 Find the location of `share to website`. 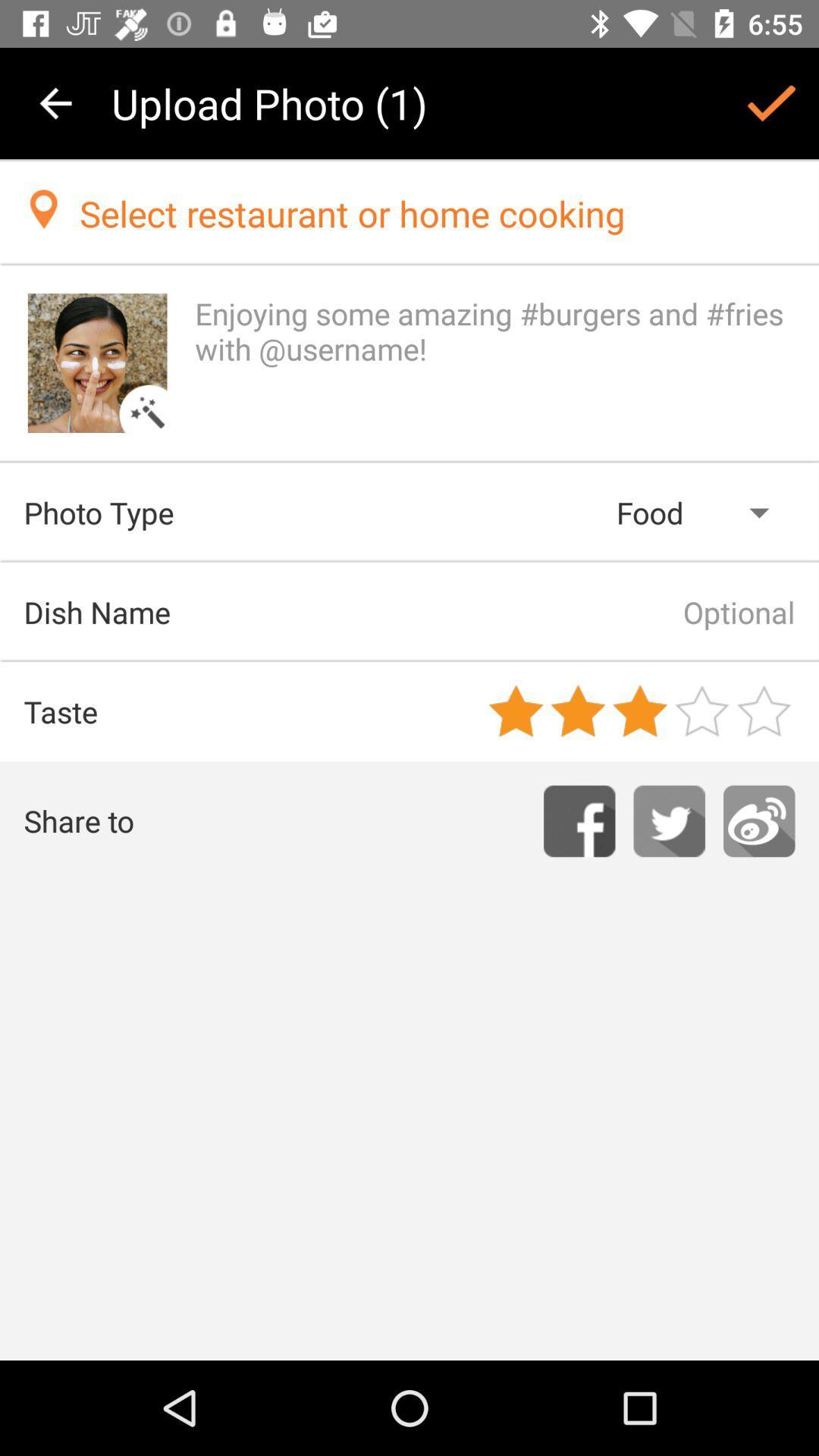

share to website is located at coordinates (759, 821).